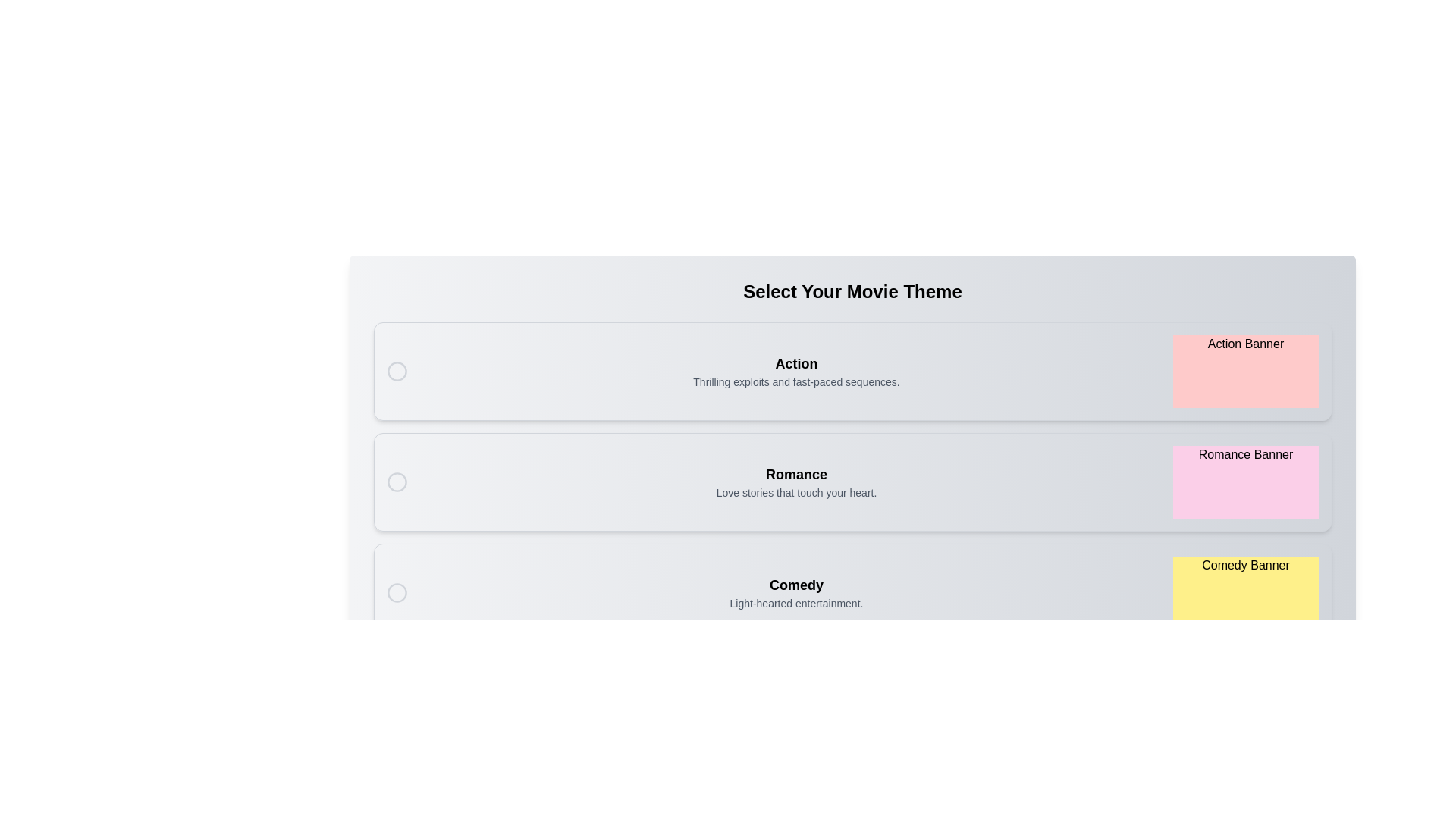  What do you see at coordinates (397, 482) in the screenshot?
I see `the radio button for the 'Romance' option, which is a circular selection marker located in the middle section of a vertical list layout` at bounding box center [397, 482].